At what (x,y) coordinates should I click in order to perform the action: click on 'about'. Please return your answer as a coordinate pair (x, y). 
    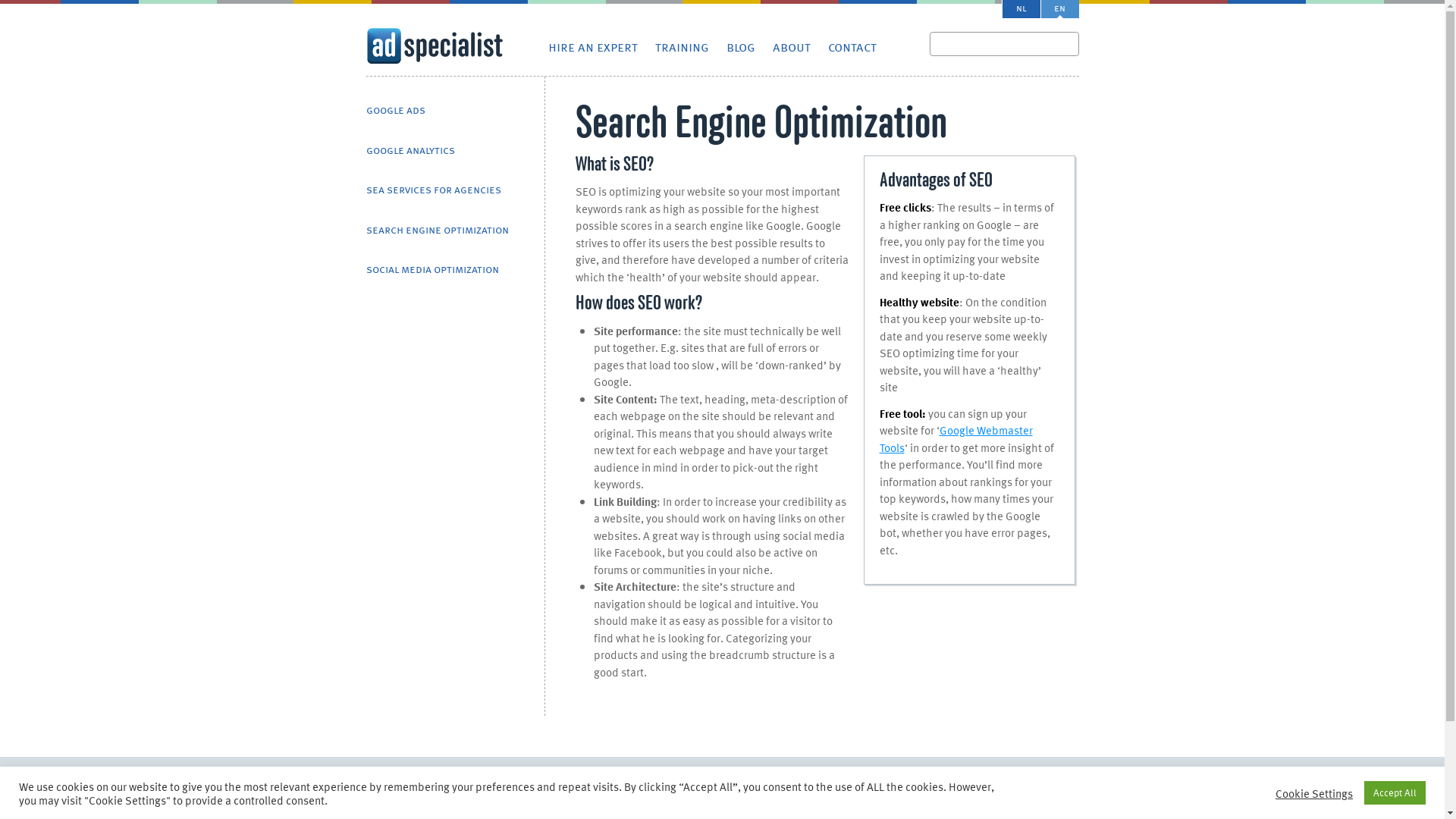
    Looking at the image, I should click on (789, 46).